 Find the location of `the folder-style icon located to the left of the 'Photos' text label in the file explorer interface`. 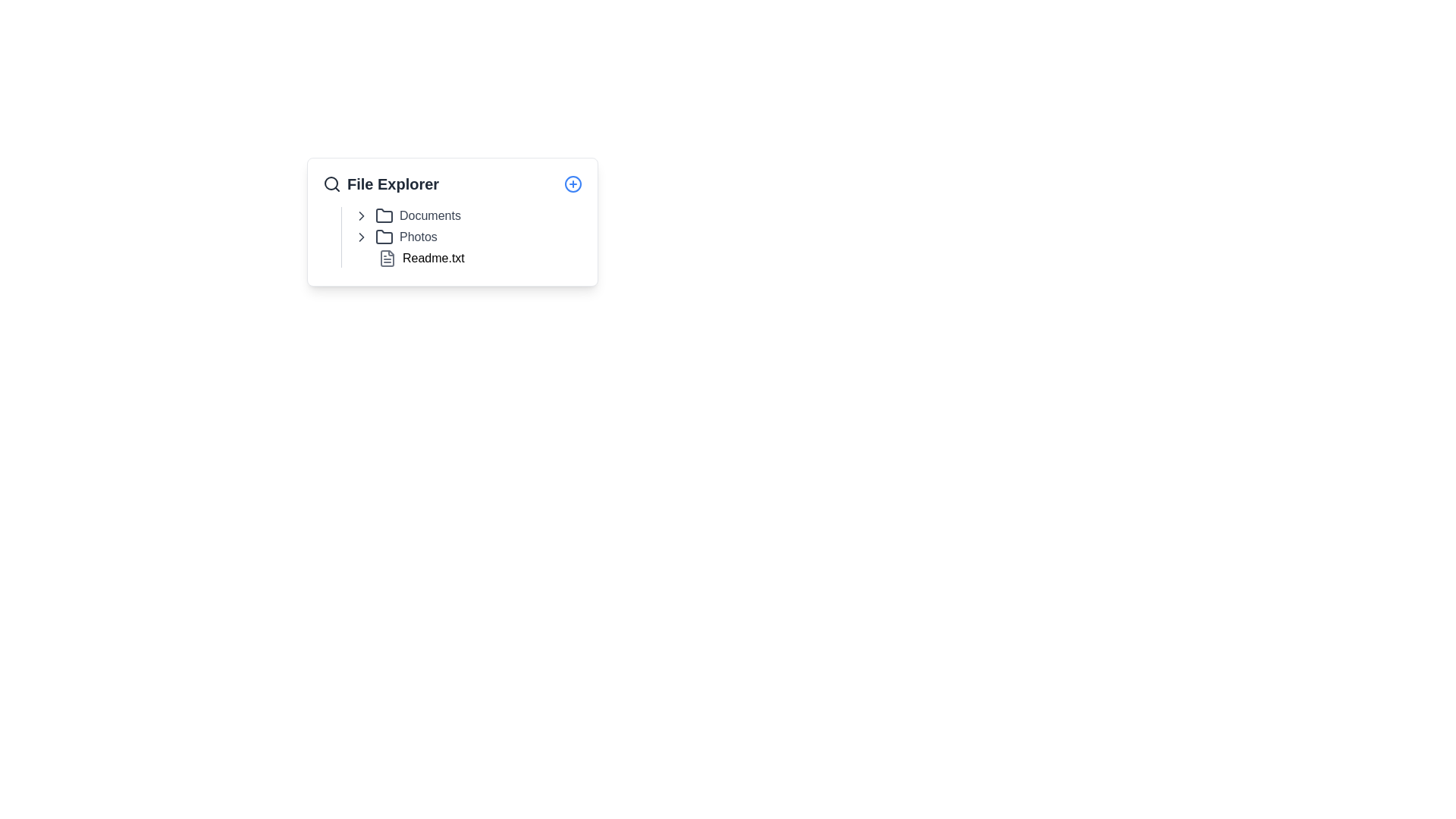

the folder-style icon located to the left of the 'Photos' text label in the file explorer interface is located at coordinates (384, 237).